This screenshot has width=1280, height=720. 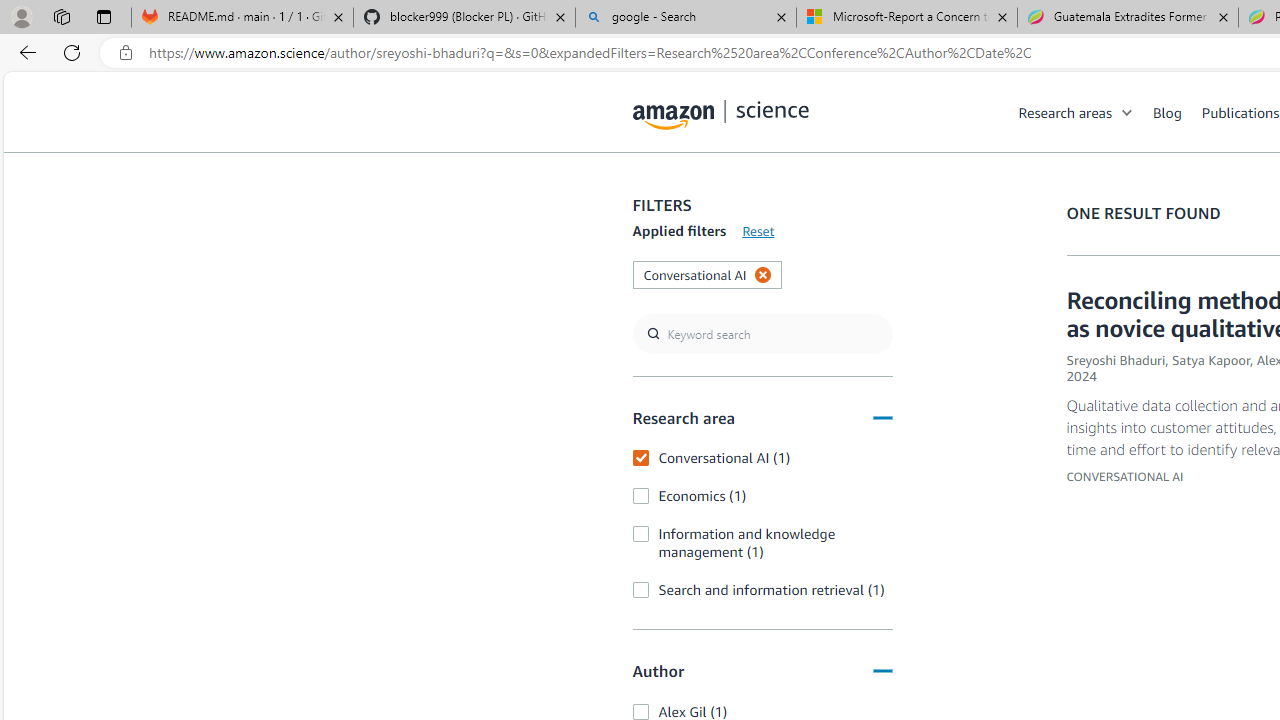 I want to click on 'Blog', so click(x=1177, y=111).